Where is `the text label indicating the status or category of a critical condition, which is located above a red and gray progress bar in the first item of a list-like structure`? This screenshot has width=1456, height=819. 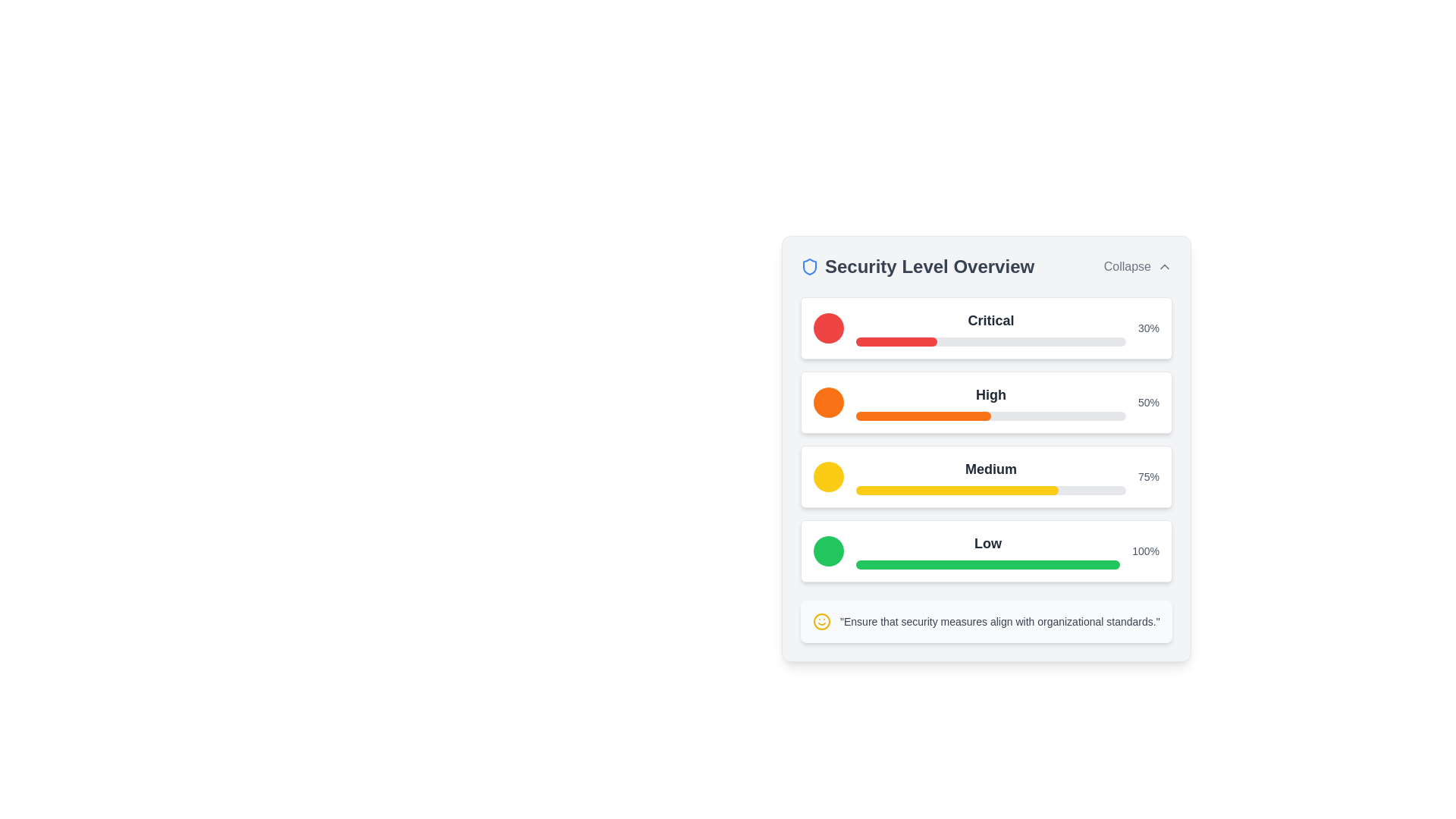 the text label indicating the status or category of a critical condition, which is located above a red and gray progress bar in the first item of a list-like structure is located at coordinates (990, 327).